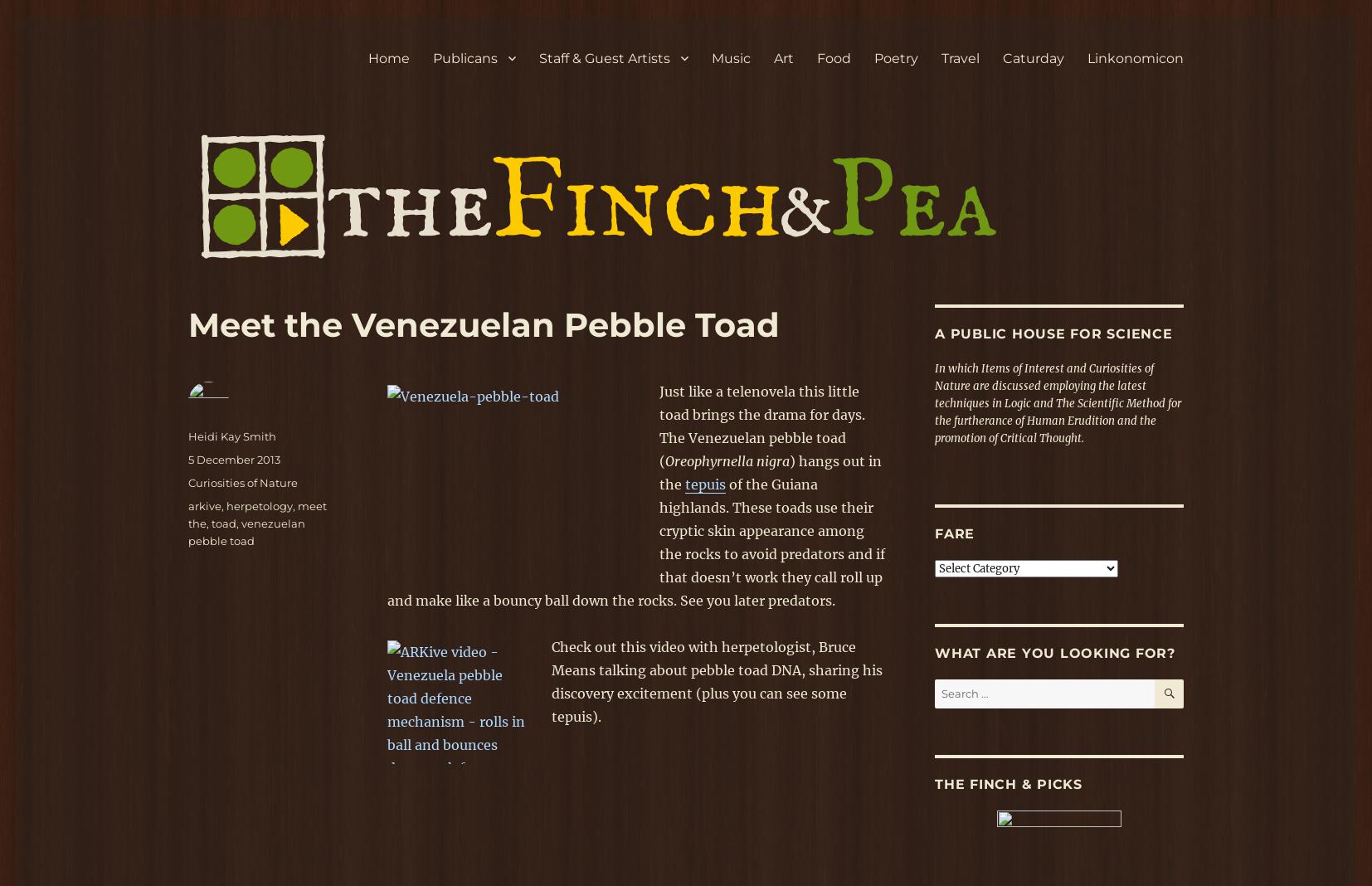  Describe the element at coordinates (222, 522) in the screenshot. I see `'toad'` at that location.